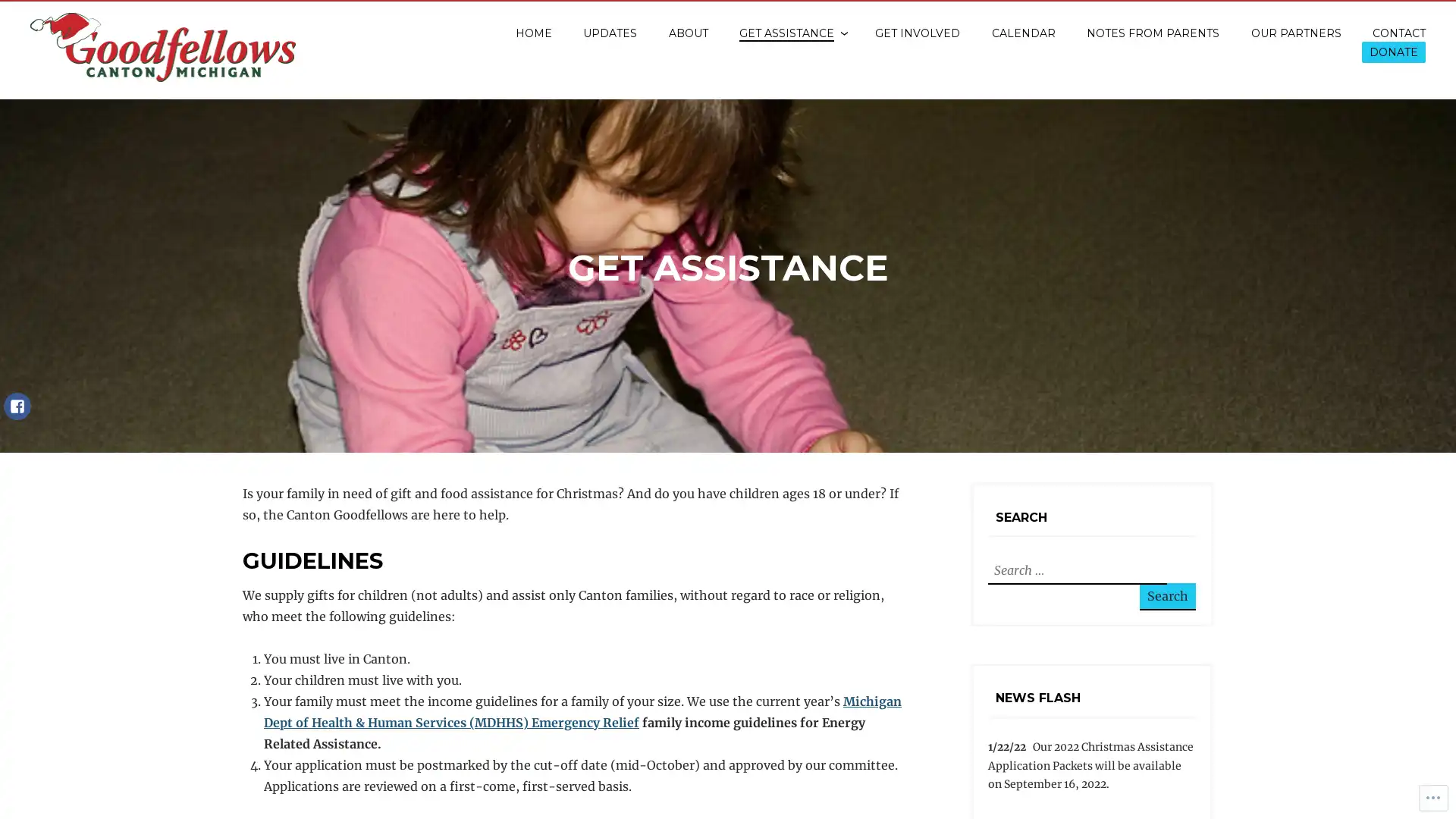 This screenshot has width=1456, height=819. What do you see at coordinates (1167, 595) in the screenshot?
I see `Search` at bounding box center [1167, 595].